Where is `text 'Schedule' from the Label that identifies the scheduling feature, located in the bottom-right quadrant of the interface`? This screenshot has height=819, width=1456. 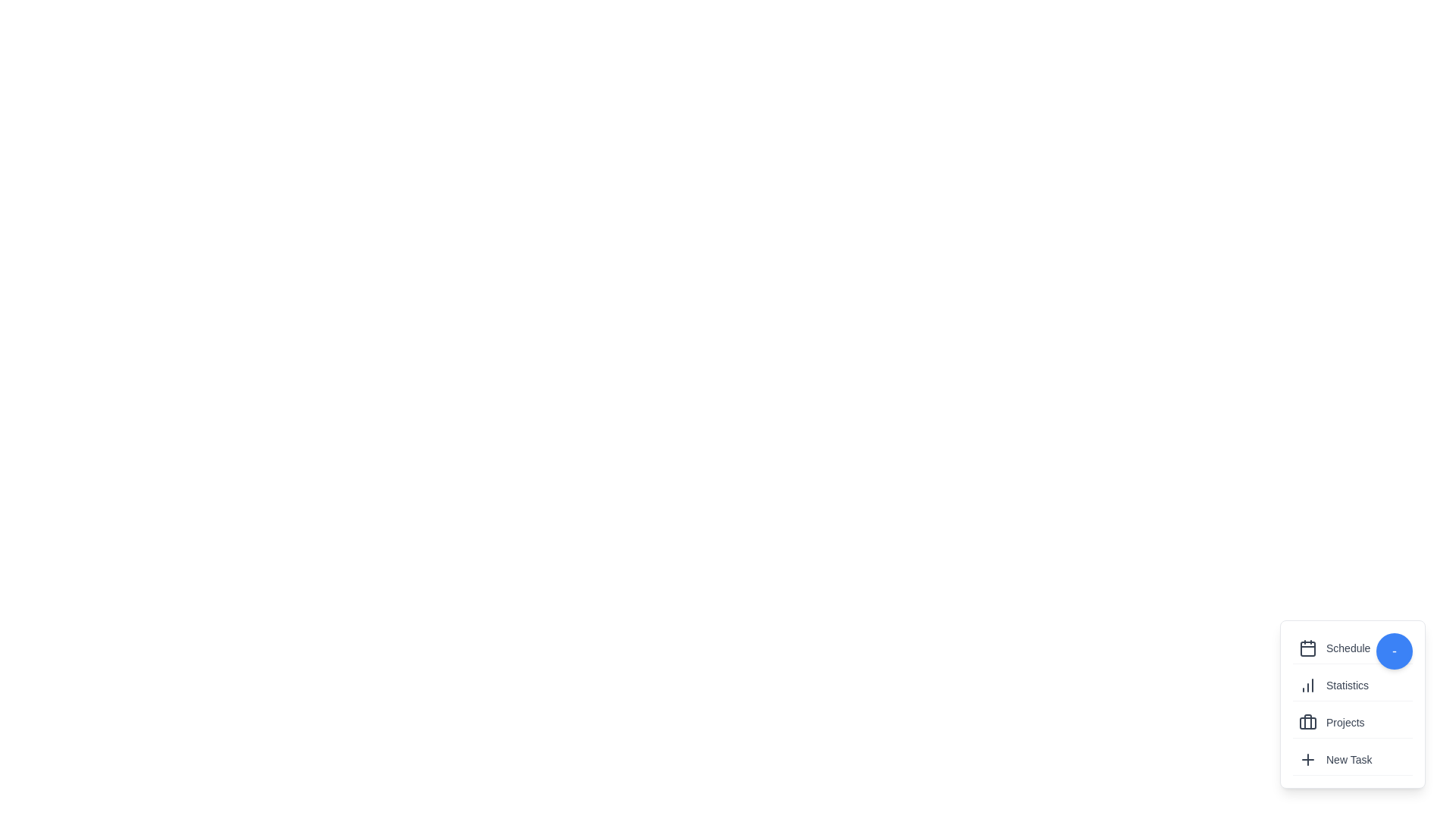 text 'Schedule' from the Label that identifies the scheduling feature, located in the bottom-right quadrant of the interface is located at coordinates (1348, 648).